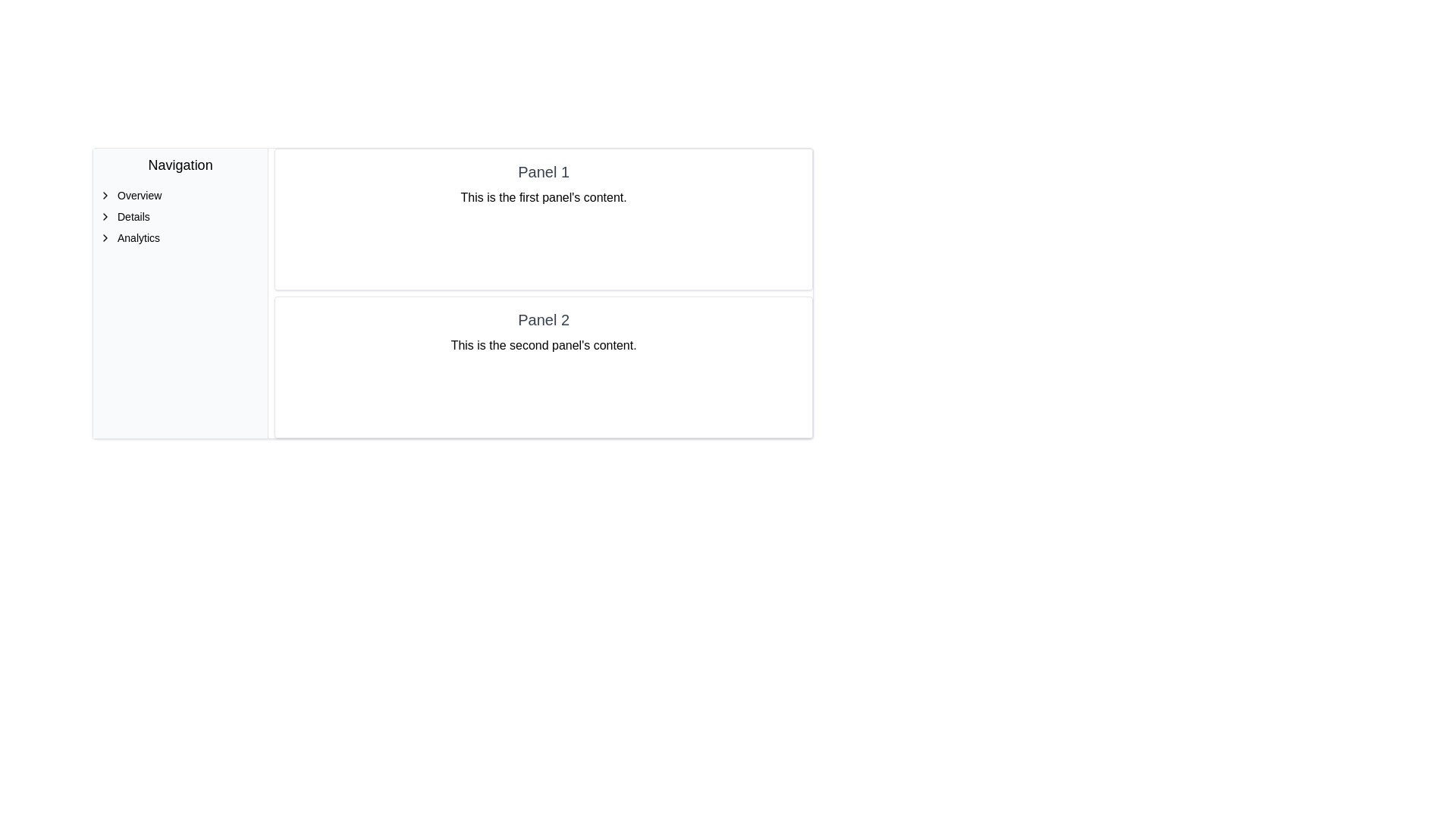  I want to click on the Informational panel labeled 'Panel 2', which contains the content 'This is the second panel's content.', so click(544, 367).